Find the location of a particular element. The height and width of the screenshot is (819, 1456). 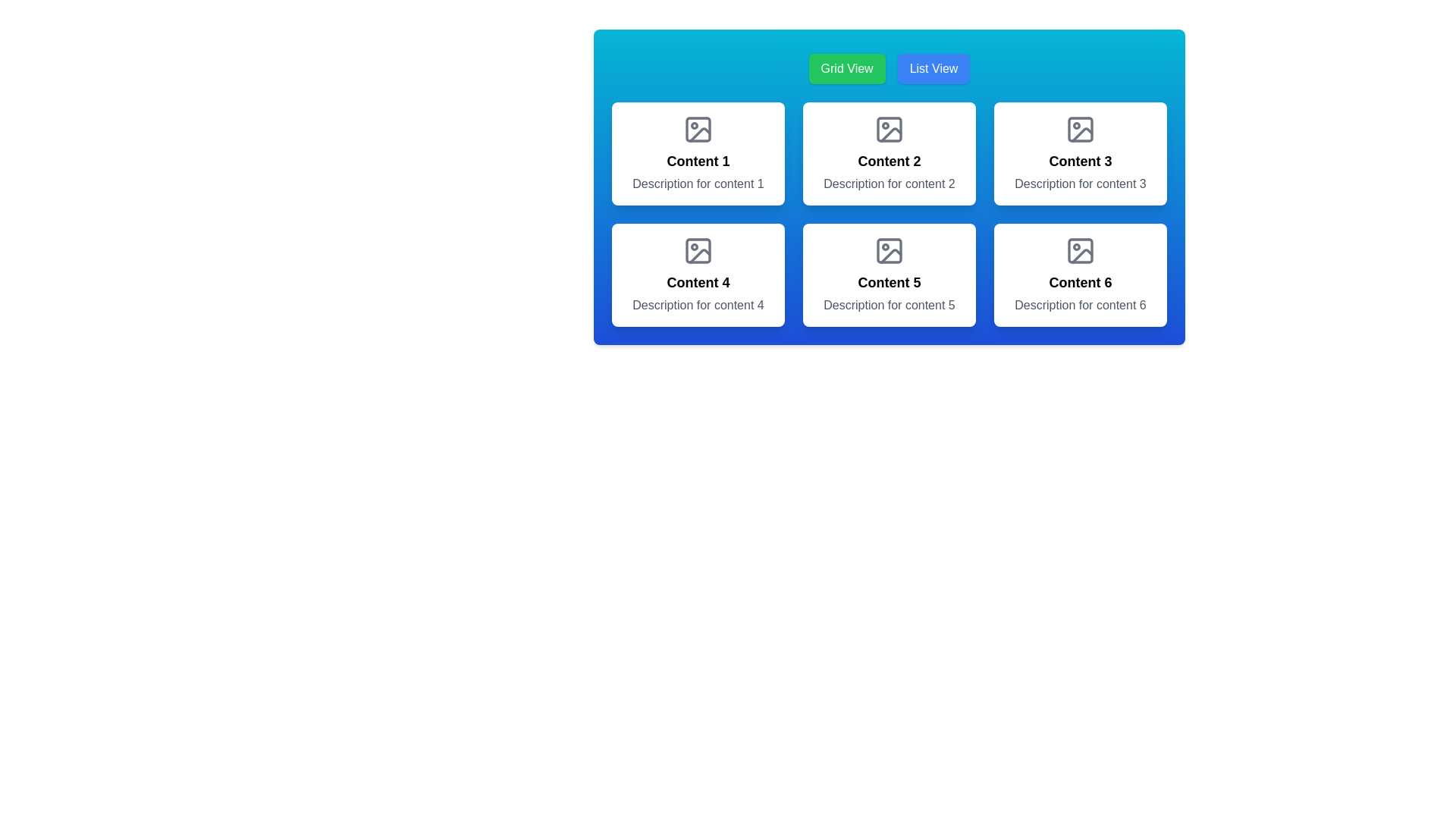

the Card element located in the top-right corner of a 3x2 grid layout is located at coordinates (1080, 154).